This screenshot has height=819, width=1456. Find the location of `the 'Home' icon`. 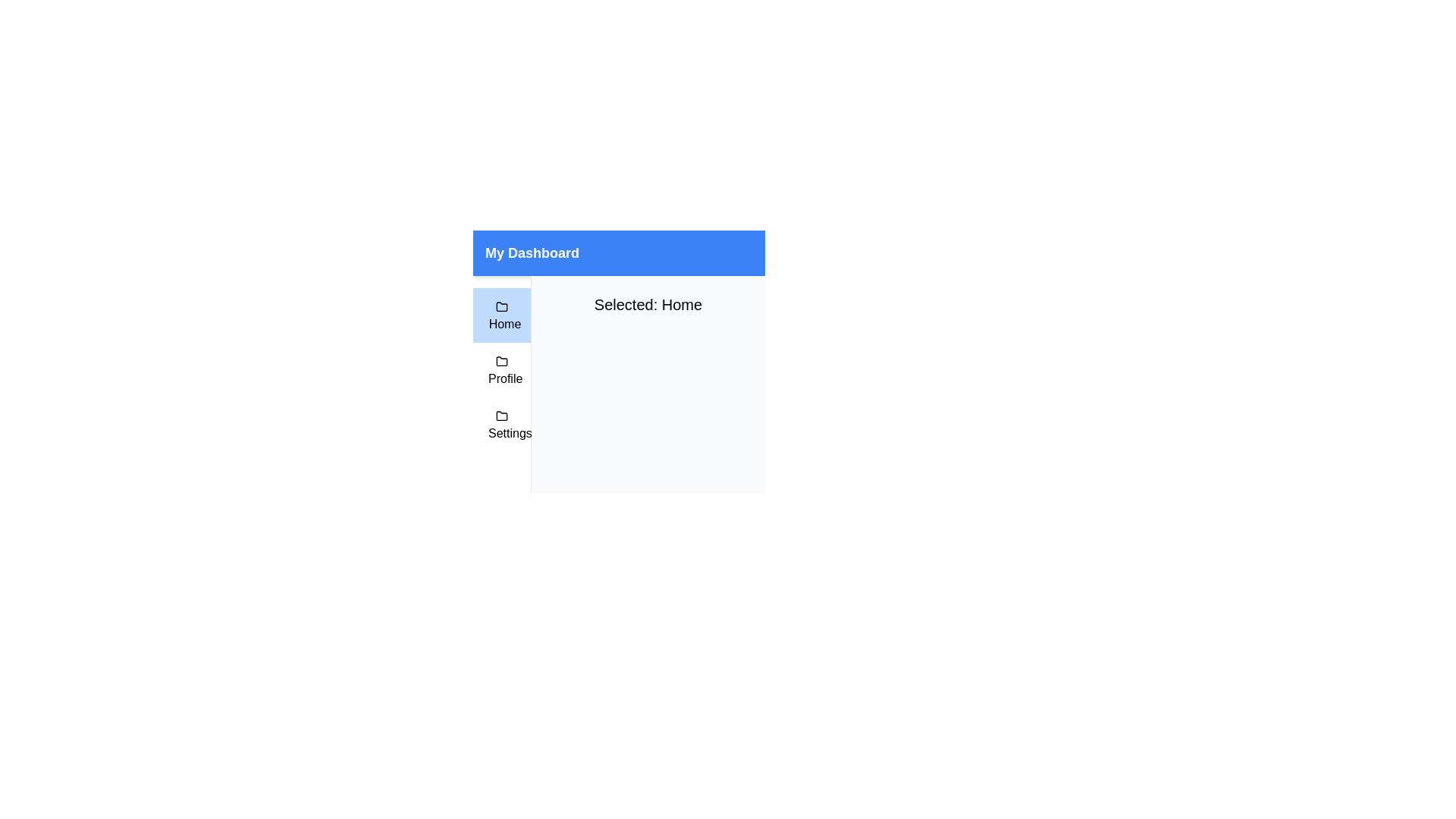

the 'Home' icon is located at coordinates (502, 306).